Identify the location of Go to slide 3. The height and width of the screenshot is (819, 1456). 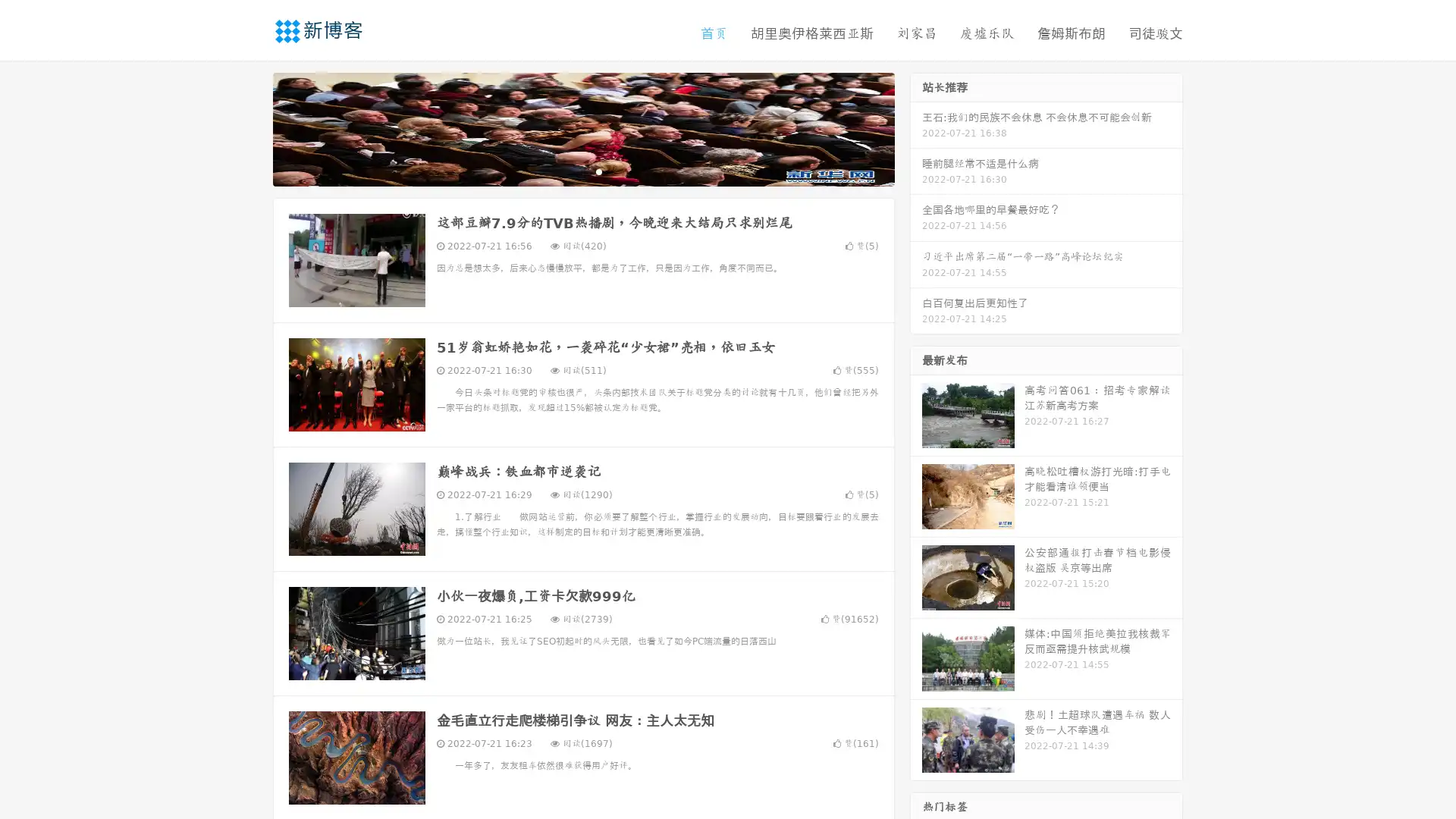
(598, 171).